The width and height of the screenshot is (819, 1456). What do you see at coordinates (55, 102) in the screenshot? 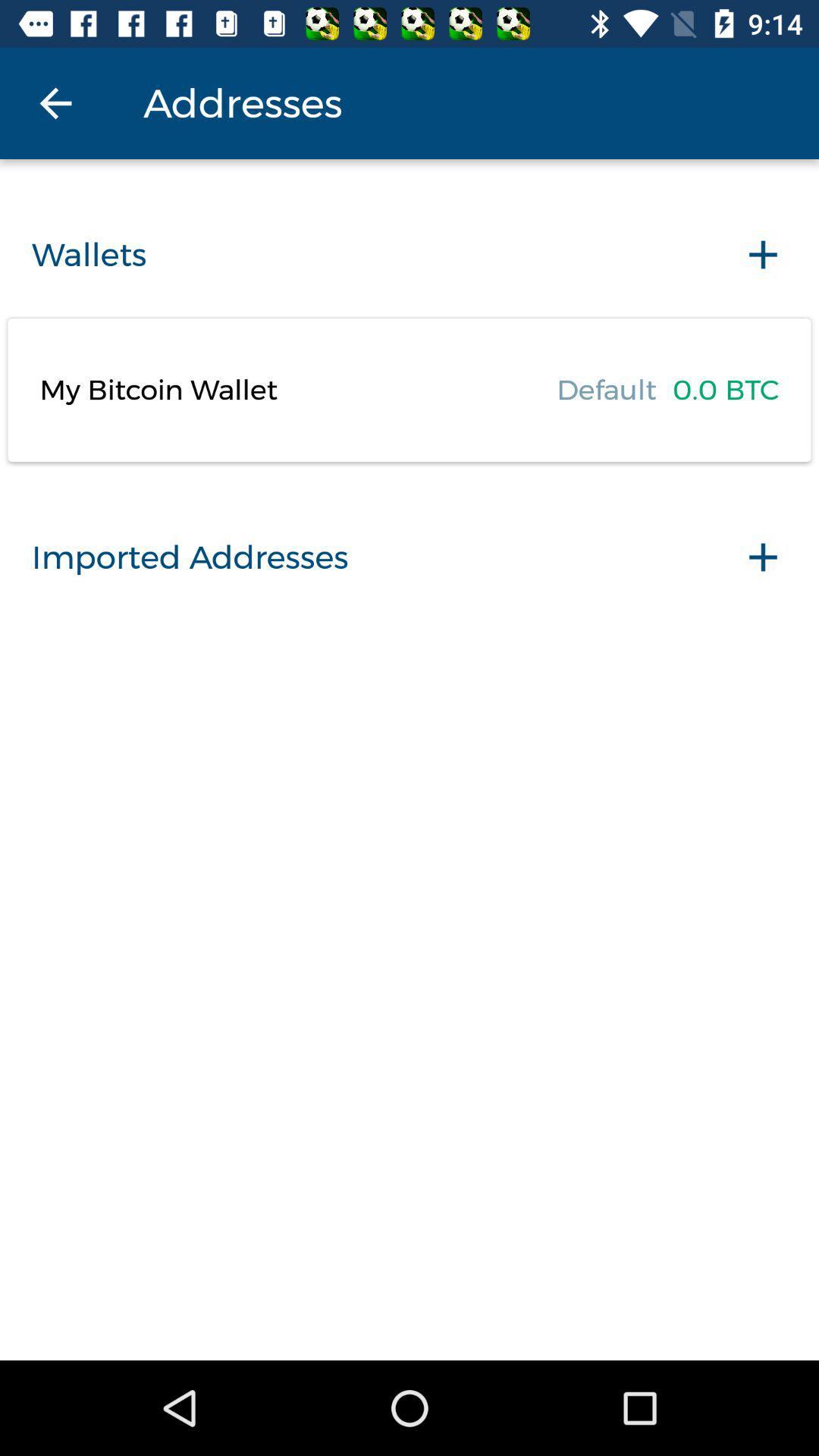
I see `item to the left of the addresses` at bounding box center [55, 102].